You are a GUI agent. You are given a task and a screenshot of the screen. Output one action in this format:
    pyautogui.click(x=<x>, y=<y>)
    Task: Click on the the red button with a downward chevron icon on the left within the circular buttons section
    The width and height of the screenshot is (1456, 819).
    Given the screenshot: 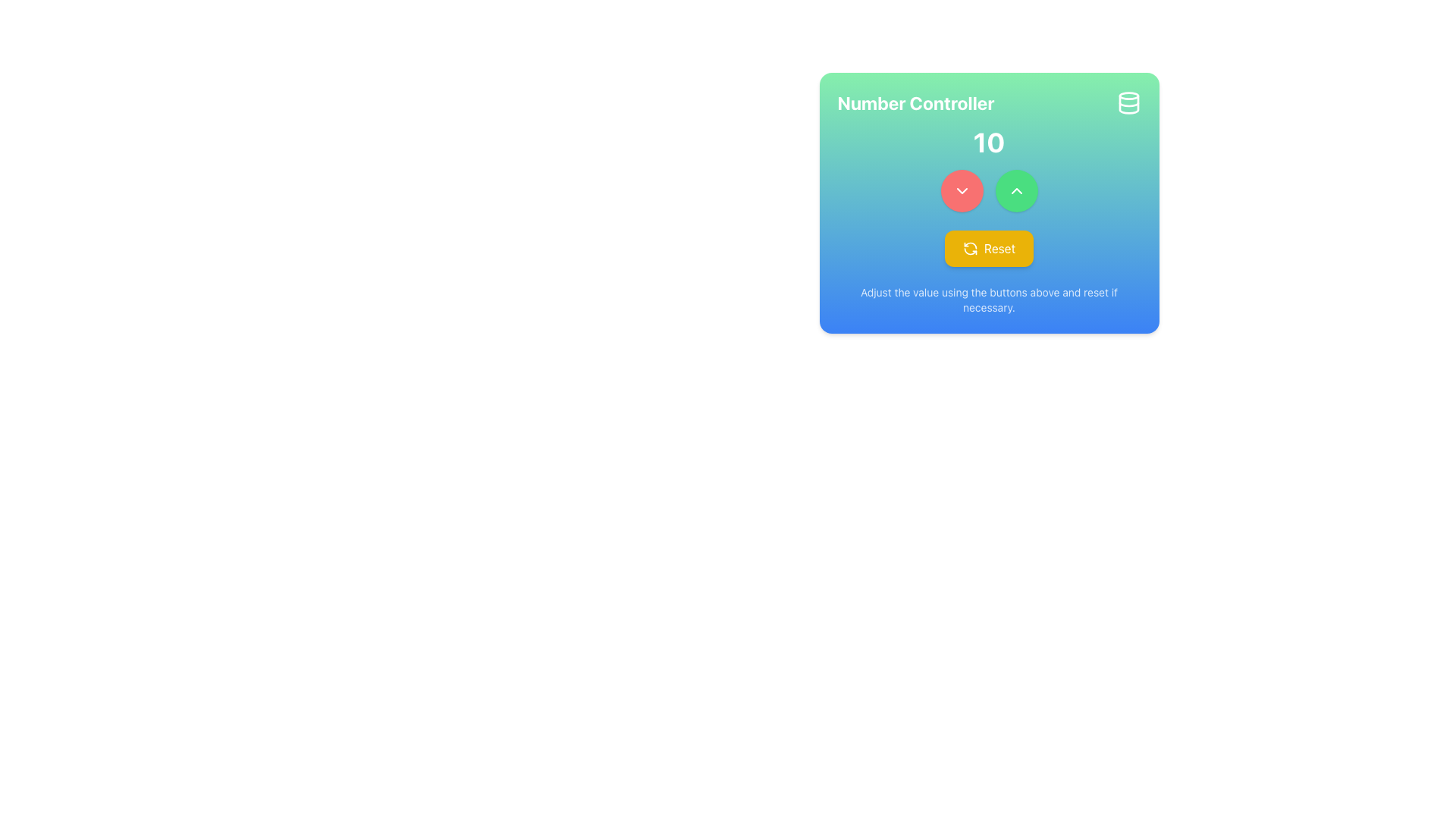 What is the action you would take?
    pyautogui.click(x=961, y=190)
    